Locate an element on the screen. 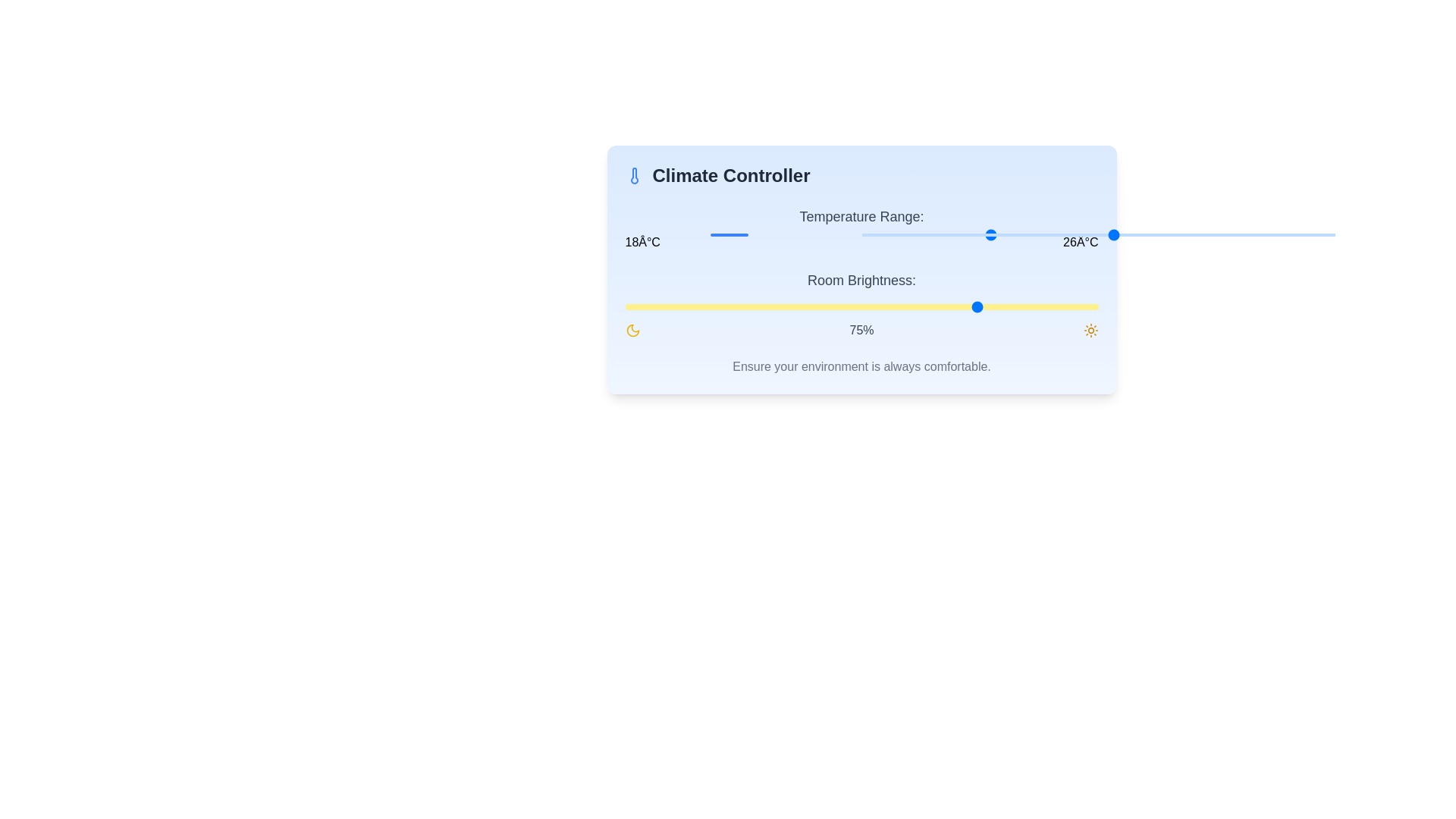 The height and width of the screenshot is (819, 1456). the static text element located at the bottom of the panel under the 'Room Brightness' section, which provides information about the functionality of the options above is located at coordinates (861, 366).